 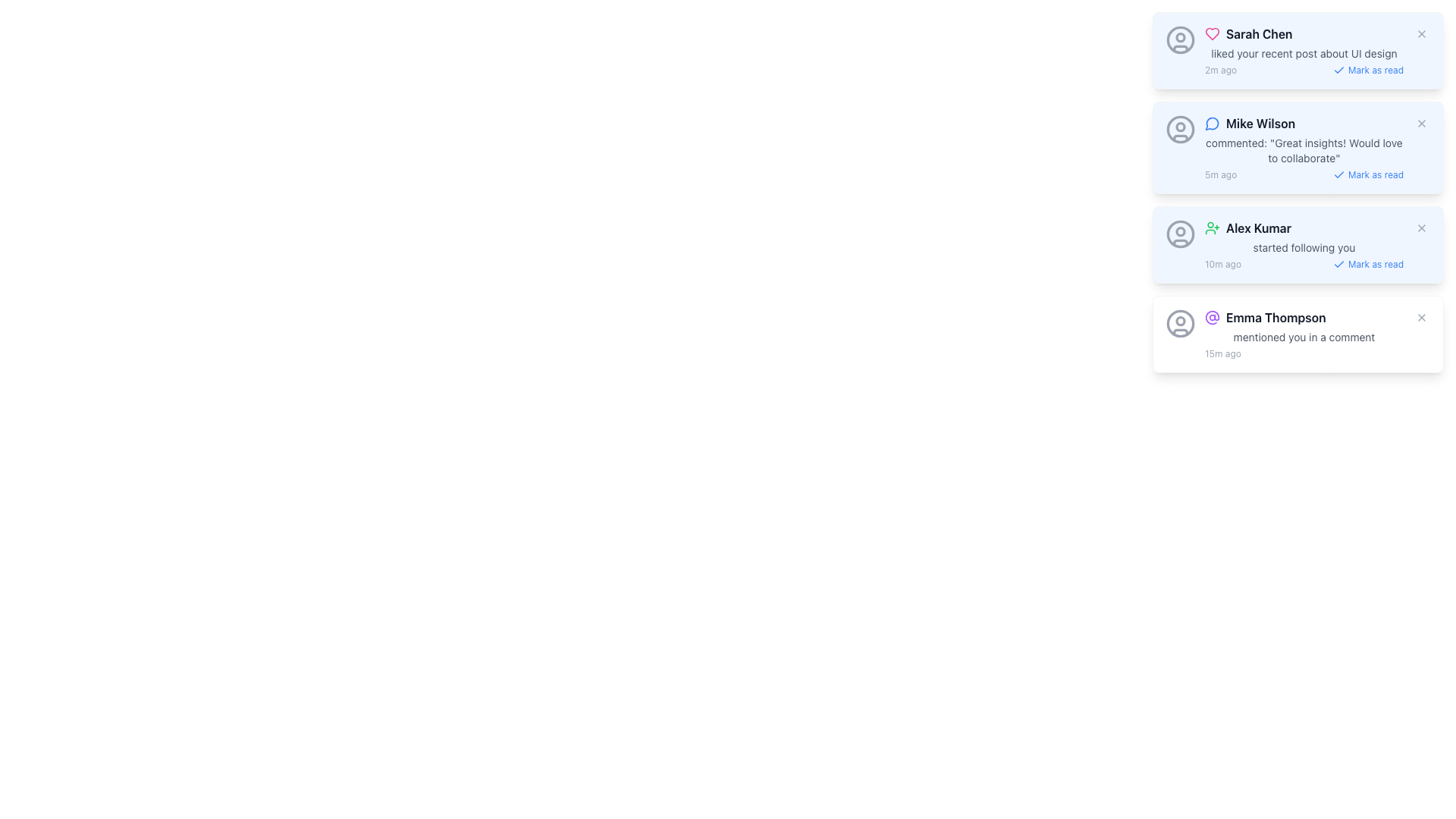 I want to click on the small circular user icon represented by an SVG graphic in the header of the notification for 'Mike Wilson commented', so click(x=1179, y=125).